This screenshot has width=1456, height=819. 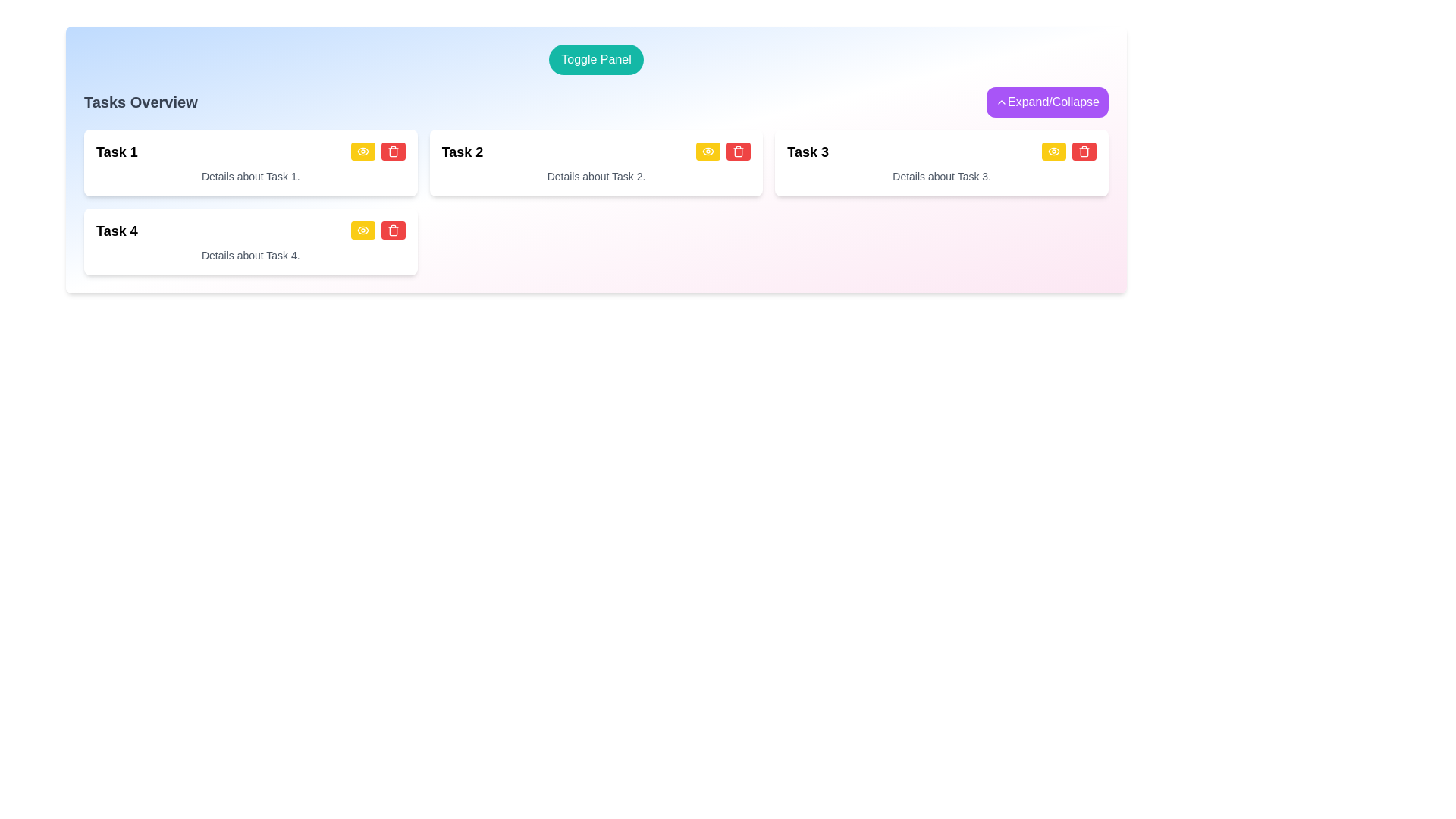 I want to click on the second task card in the task management system, so click(x=595, y=163).